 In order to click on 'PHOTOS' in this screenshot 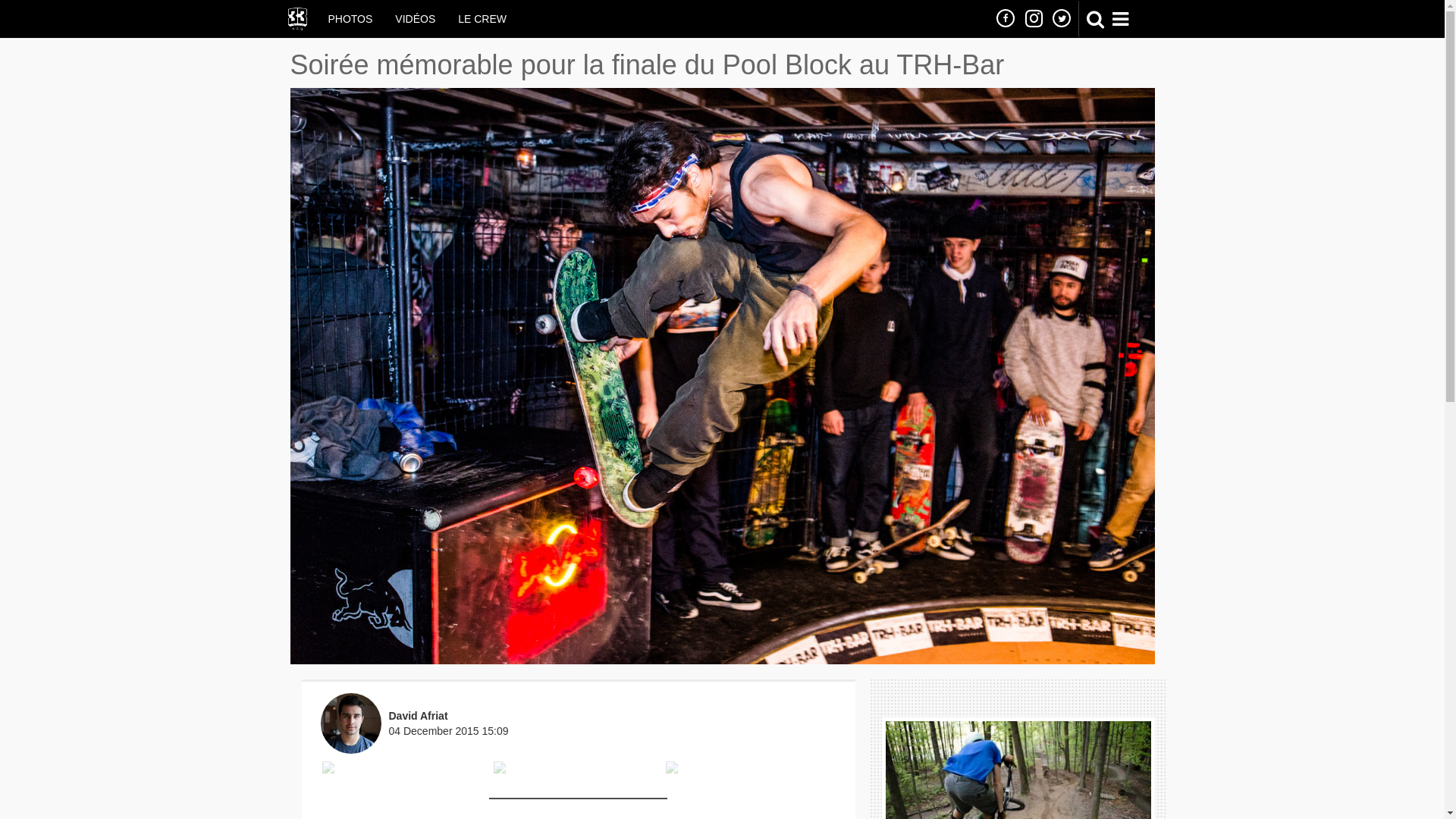, I will do `click(349, 18)`.